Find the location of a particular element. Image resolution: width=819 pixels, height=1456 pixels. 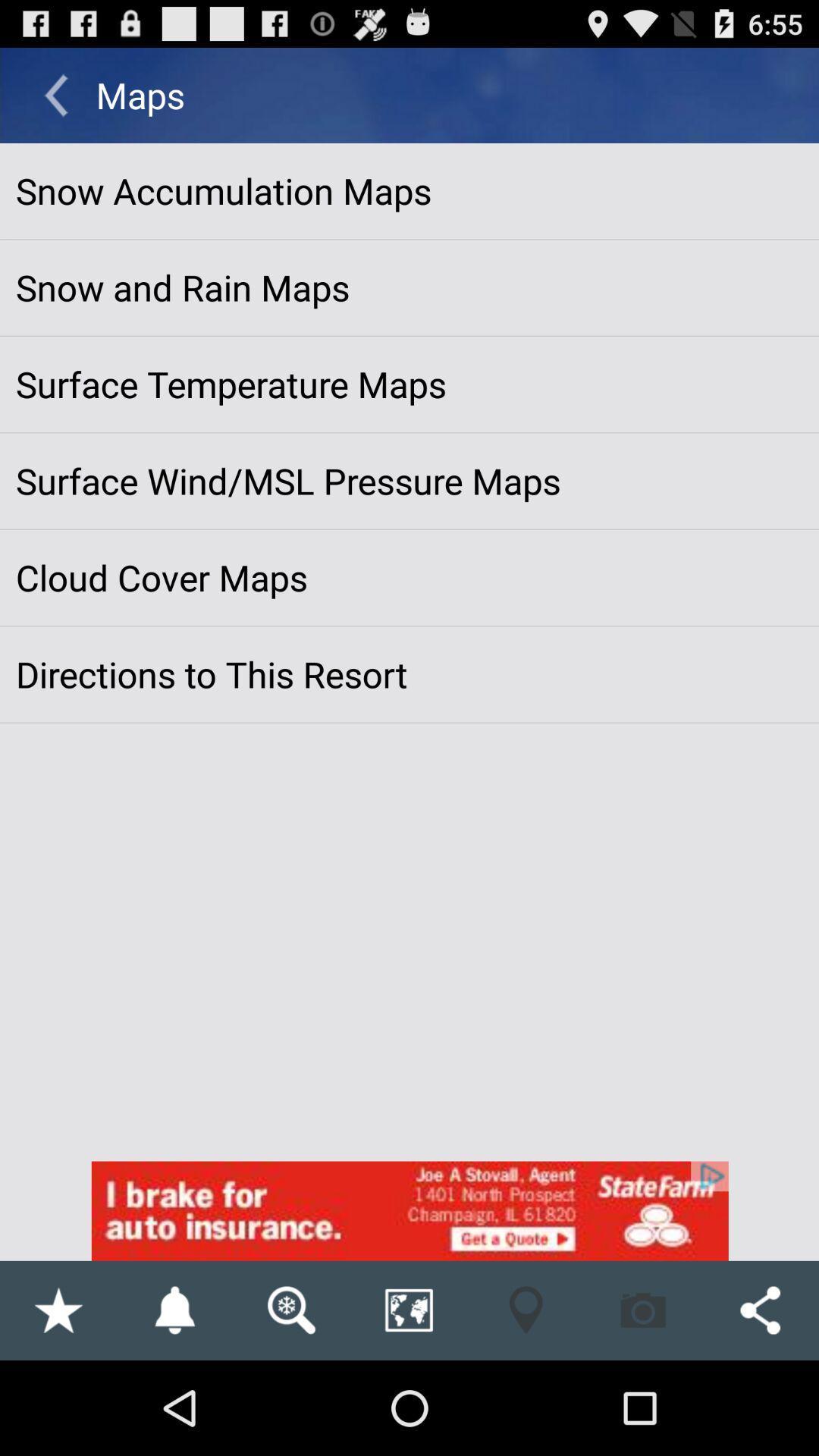

camera is located at coordinates (643, 1310).